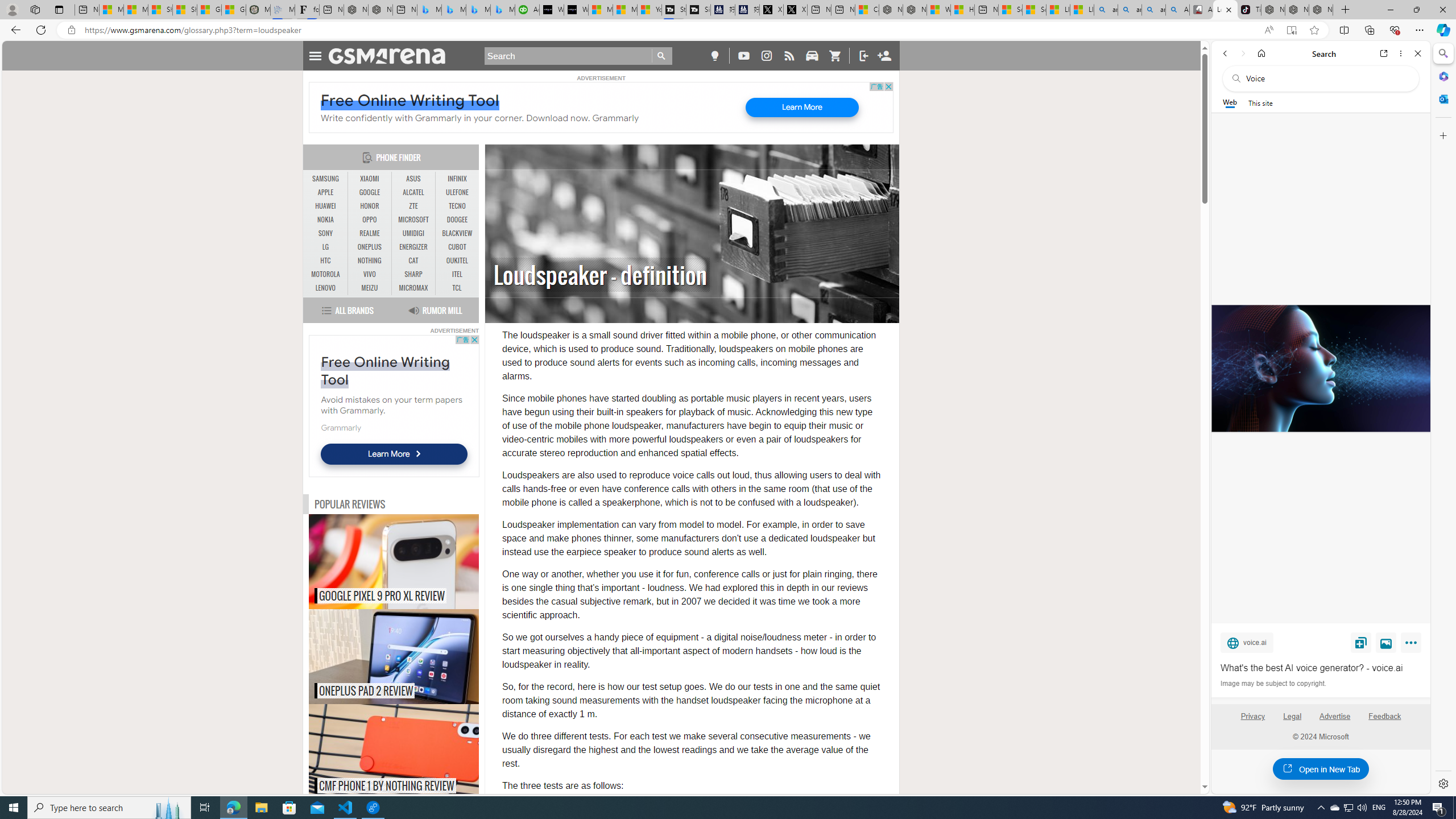  I want to click on 'MICROSOFT', so click(413, 220).